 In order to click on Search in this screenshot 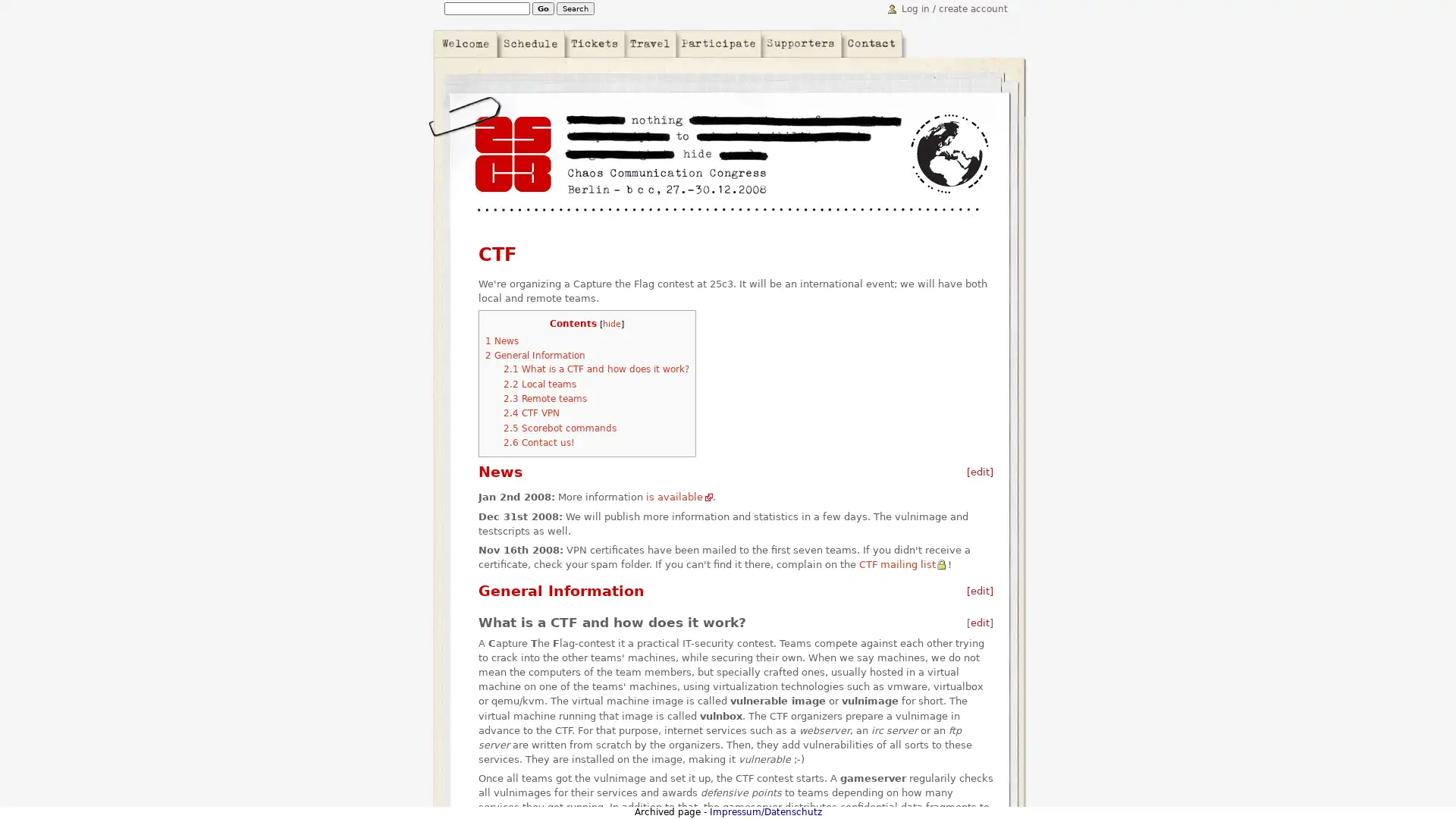, I will do `click(574, 8)`.